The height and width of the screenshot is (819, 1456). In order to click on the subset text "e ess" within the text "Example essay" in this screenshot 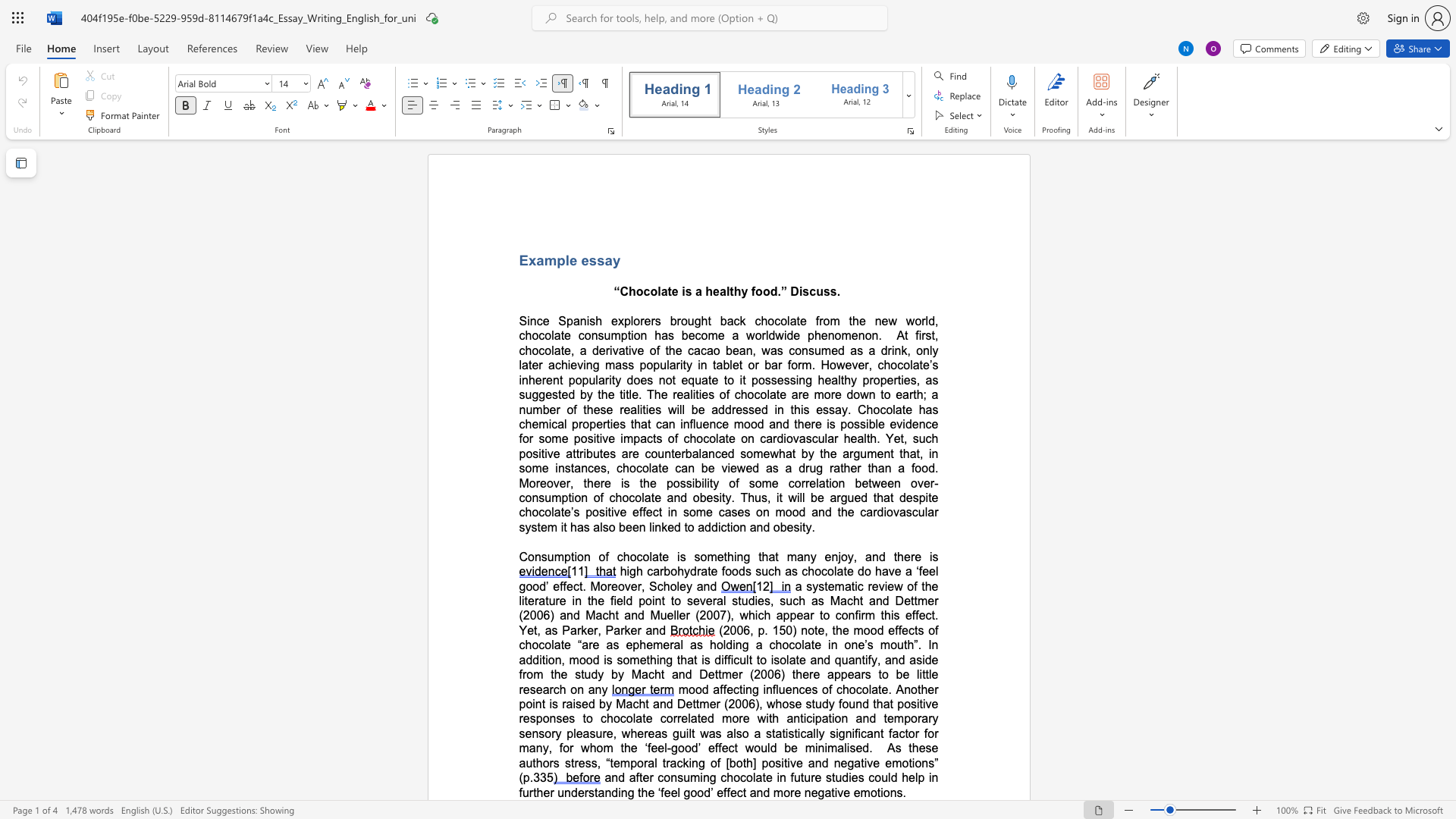, I will do `click(568, 259)`.